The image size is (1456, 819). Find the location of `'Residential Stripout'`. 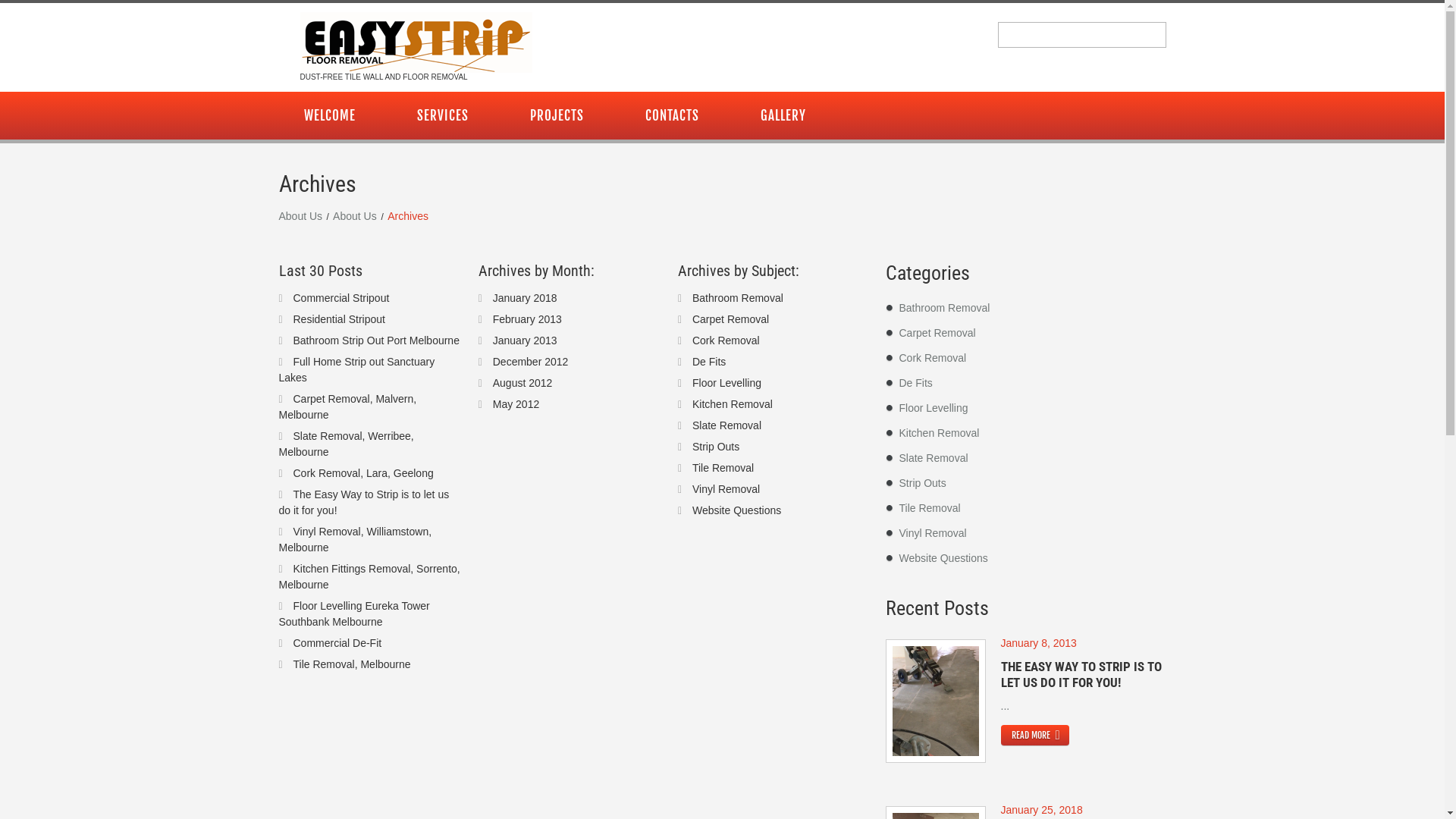

'Residential Stripout' is located at coordinates (337, 318).